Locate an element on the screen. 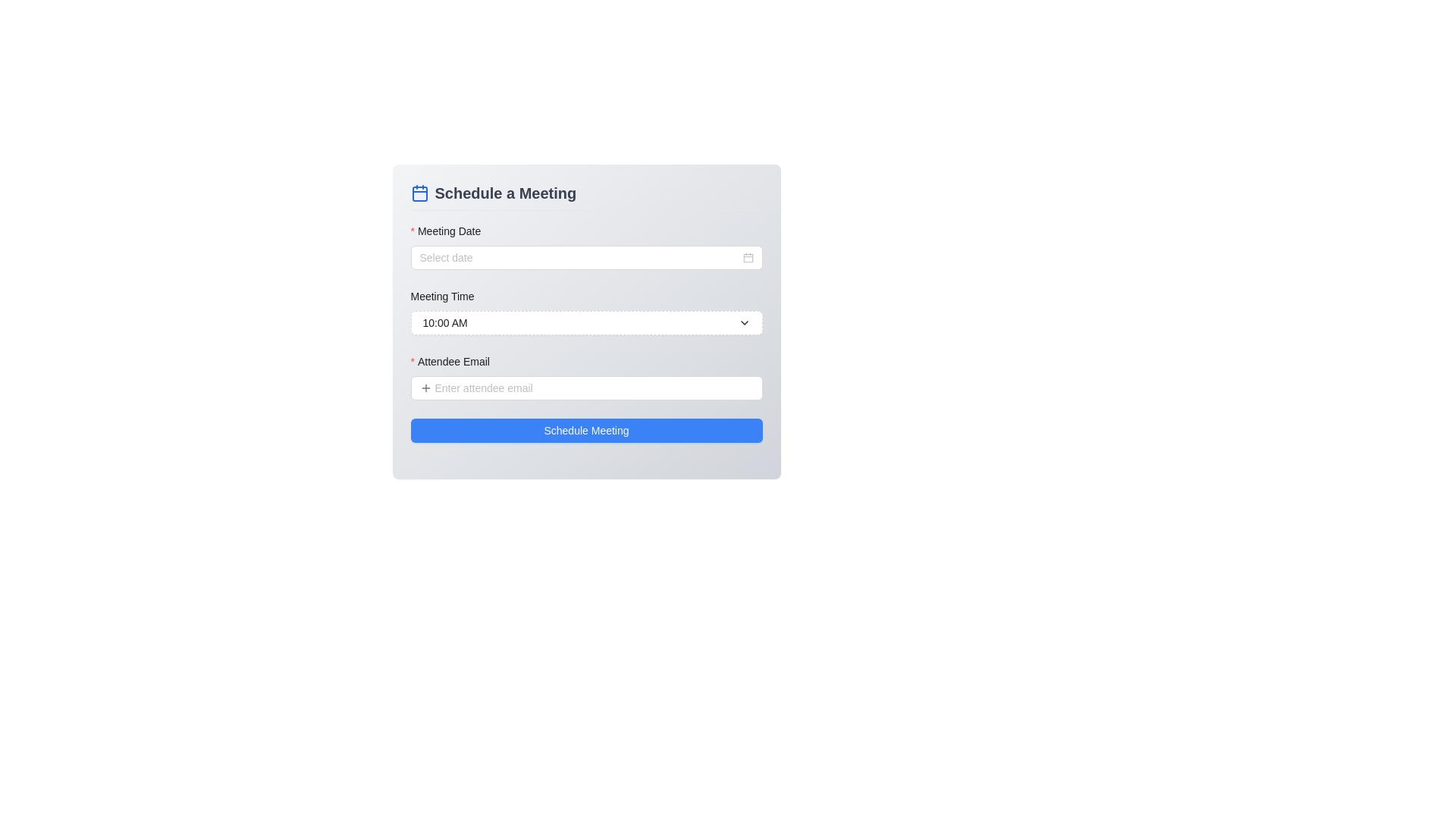 The width and height of the screenshot is (1456, 819). the calendar icon located to the far right of the 'Meeting Date' input field through keyboard navigation is located at coordinates (748, 256).